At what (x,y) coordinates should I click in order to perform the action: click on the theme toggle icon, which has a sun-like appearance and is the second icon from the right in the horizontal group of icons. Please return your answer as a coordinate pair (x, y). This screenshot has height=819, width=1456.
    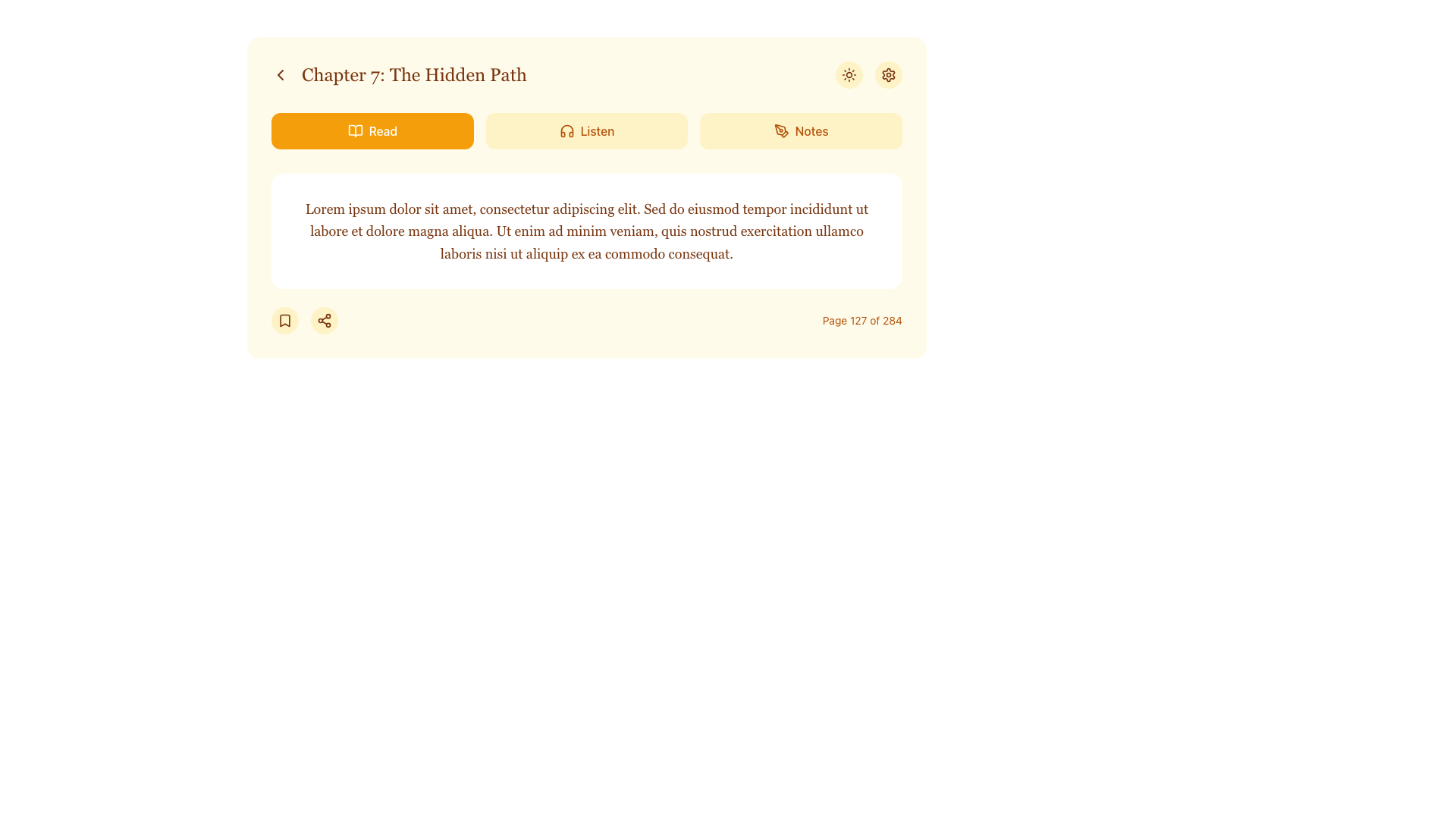
    Looking at the image, I should click on (848, 75).